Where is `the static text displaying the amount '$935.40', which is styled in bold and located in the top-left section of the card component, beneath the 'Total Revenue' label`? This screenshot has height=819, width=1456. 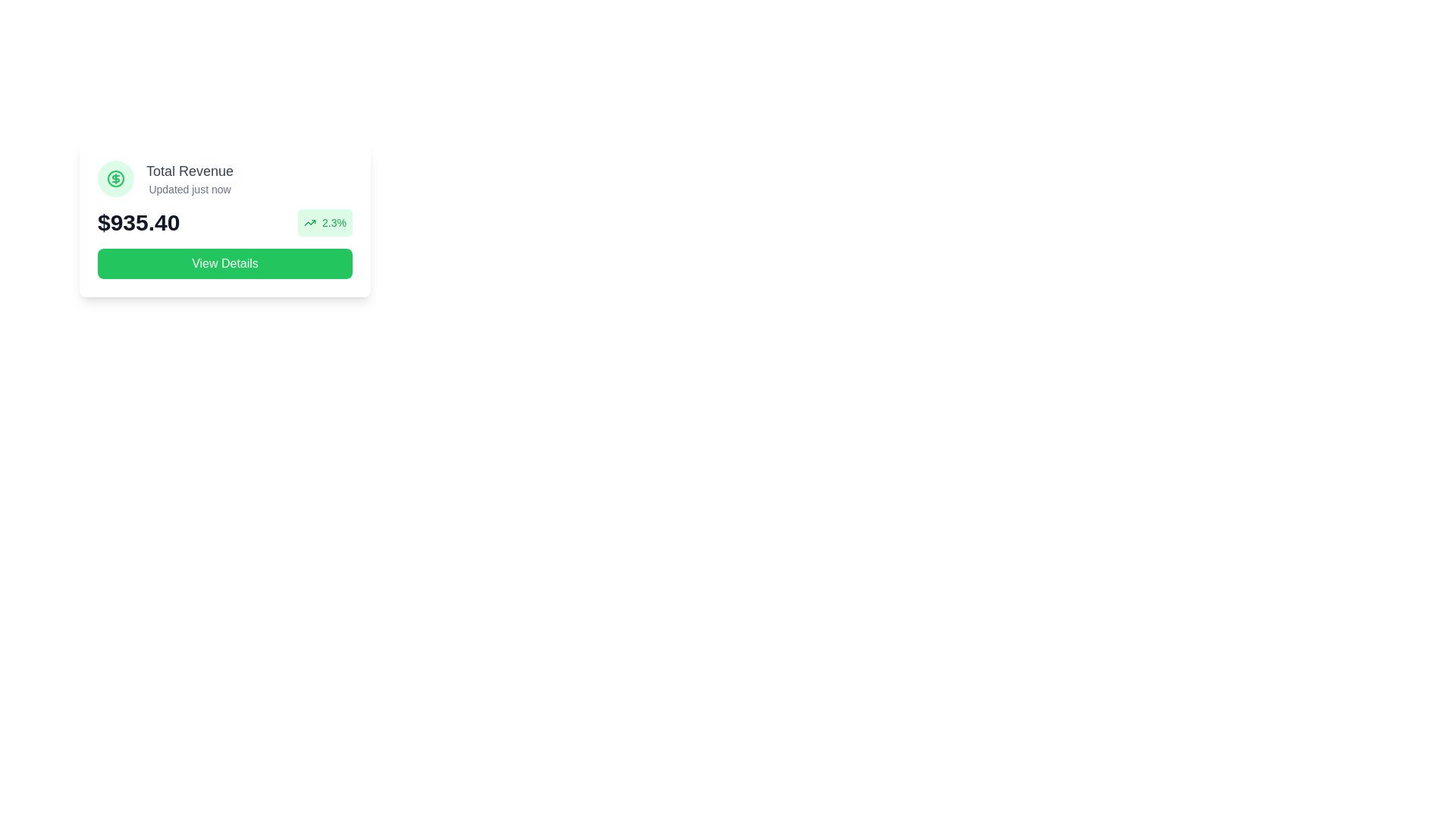 the static text displaying the amount '$935.40', which is styled in bold and located in the top-left section of the card component, beneath the 'Total Revenue' label is located at coordinates (139, 222).